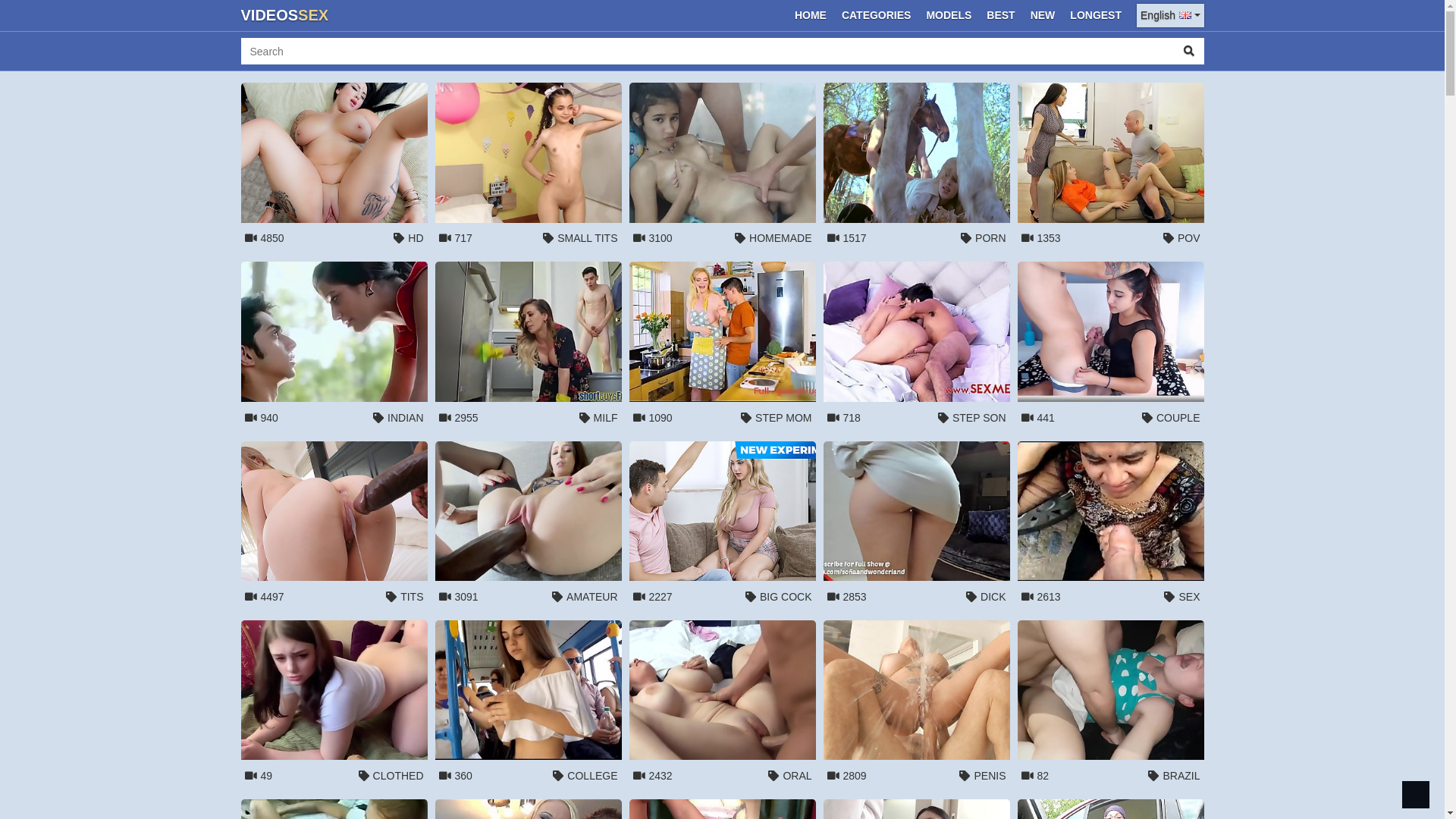 This screenshot has height=819, width=1456. What do you see at coordinates (1018, 526) in the screenshot?
I see `'2613` at bounding box center [1018, 526].